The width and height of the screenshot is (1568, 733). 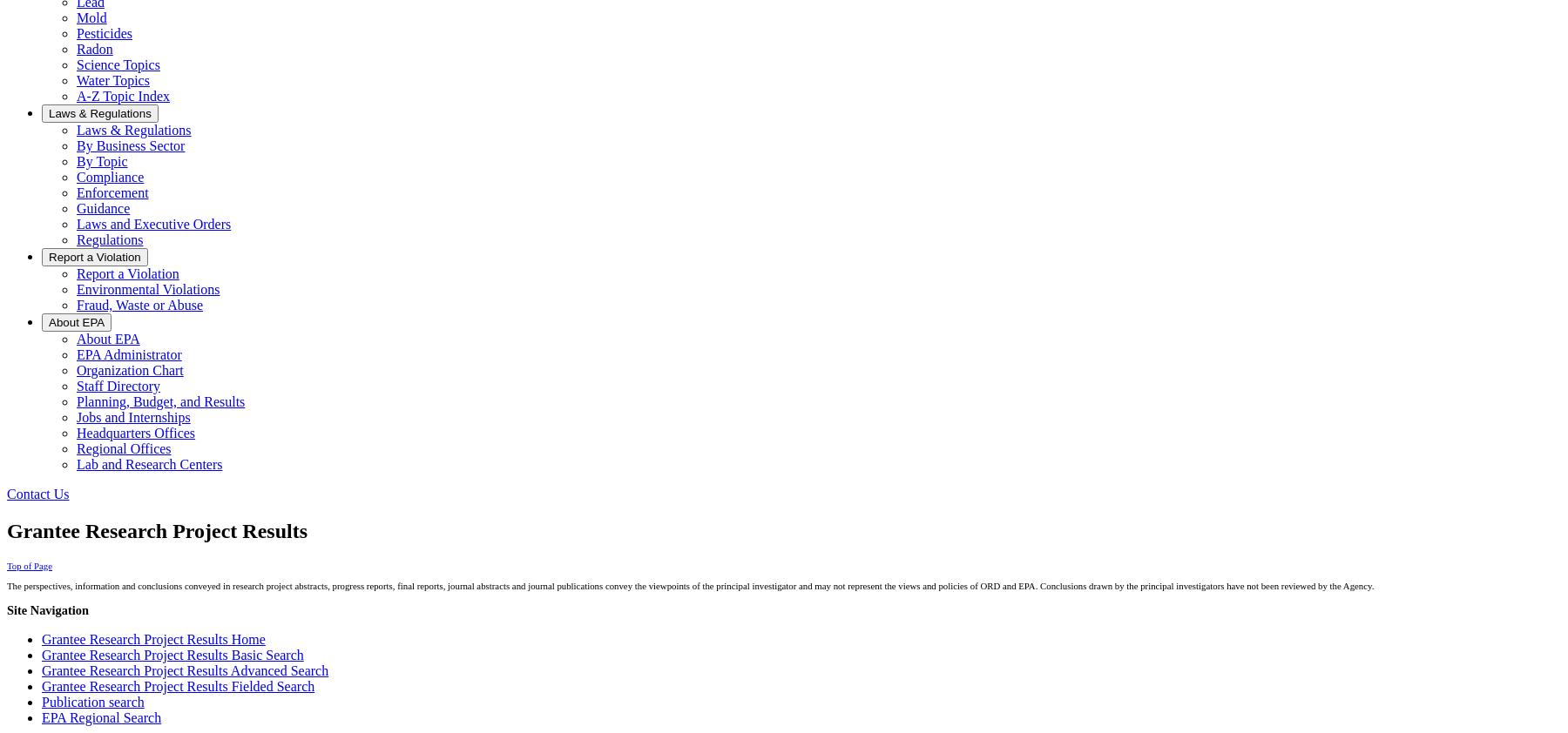 I want to click on 'Grantee Research Project Results Home', so click(x=153, y=639).